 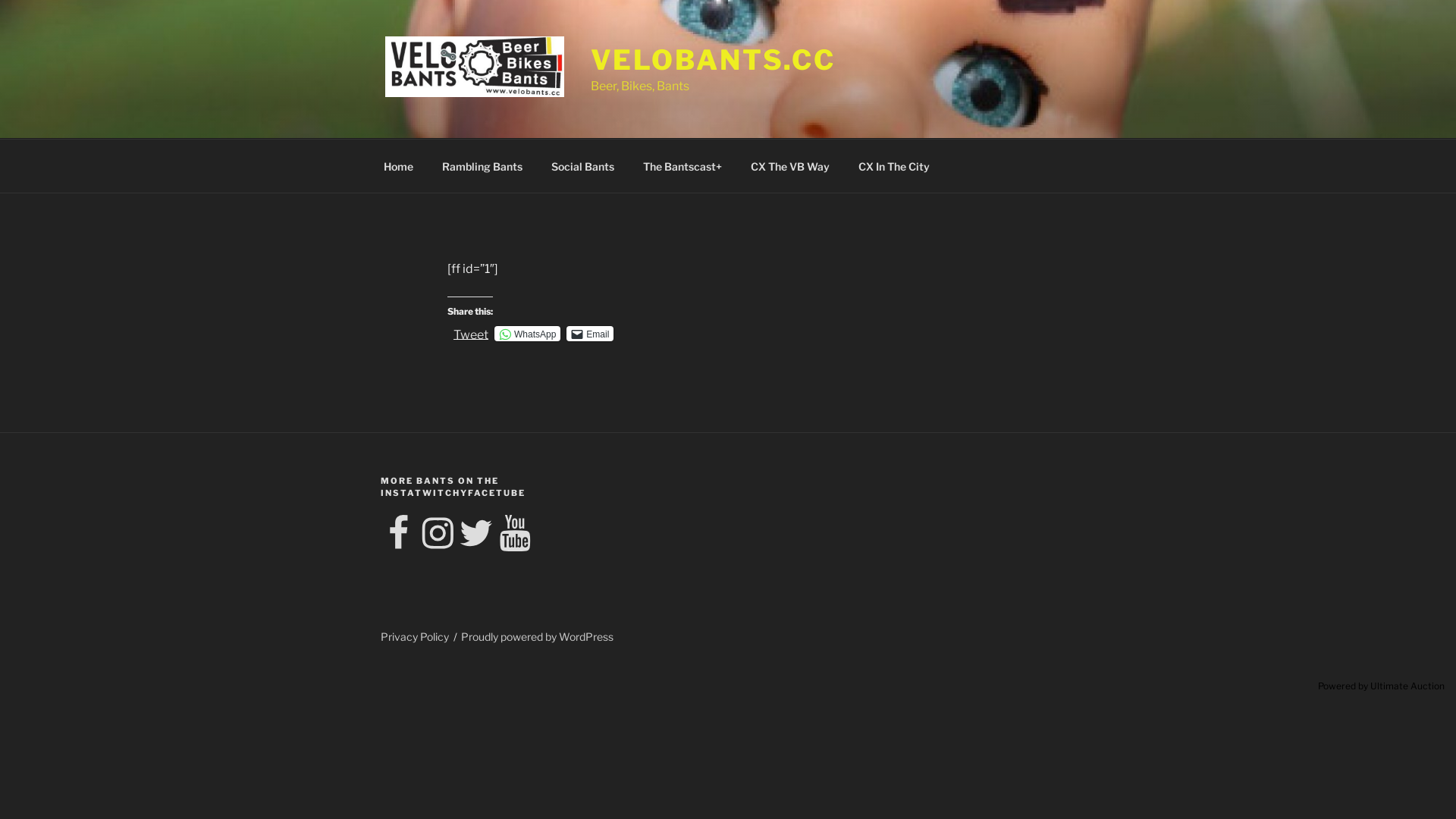 What do you see at coordinates (681, 165) in the screenshot?
I see `'The Bantscast+'` at bounding box center [681, 165].